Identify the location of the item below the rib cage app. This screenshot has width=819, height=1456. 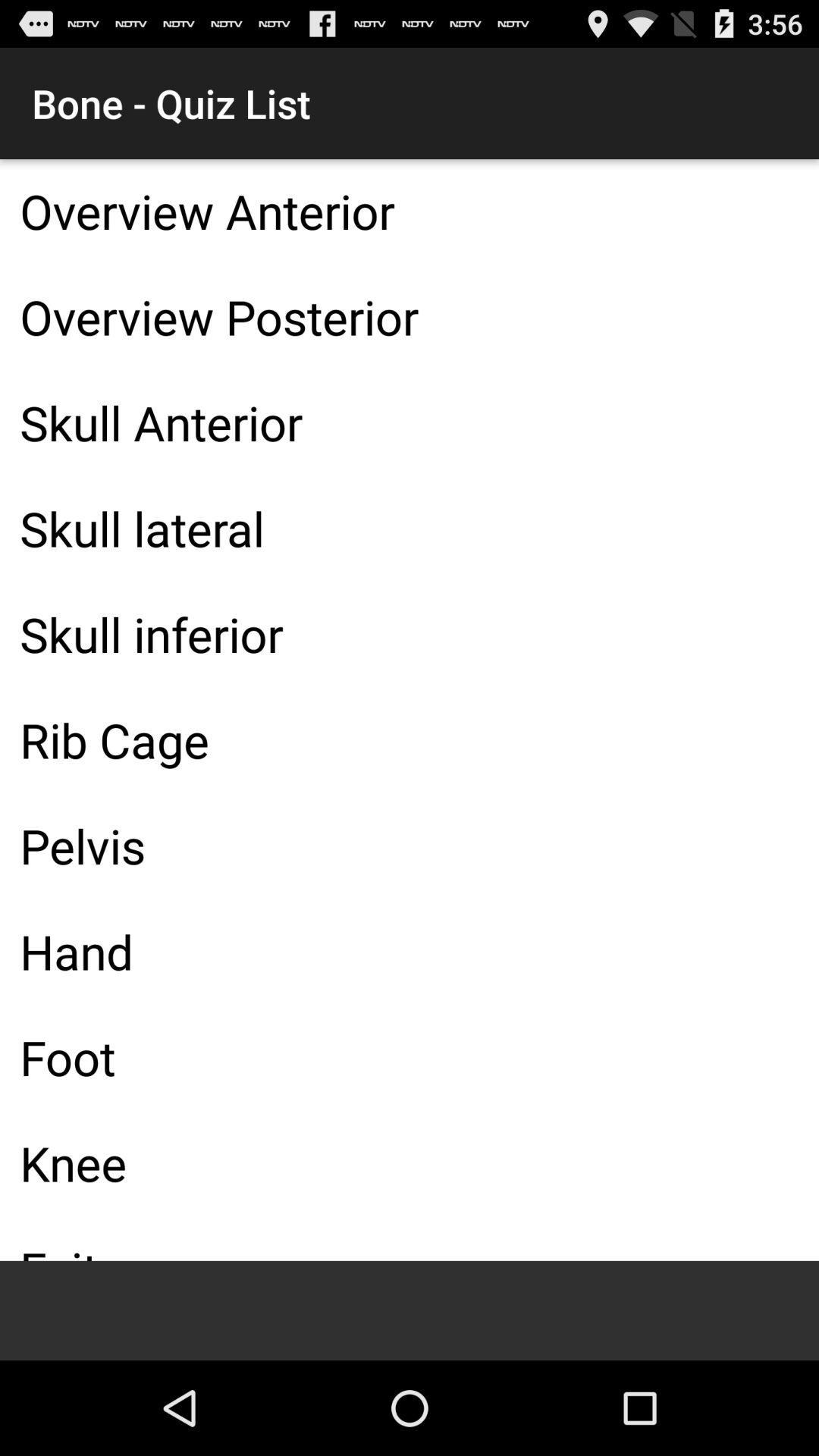
(409, 845).